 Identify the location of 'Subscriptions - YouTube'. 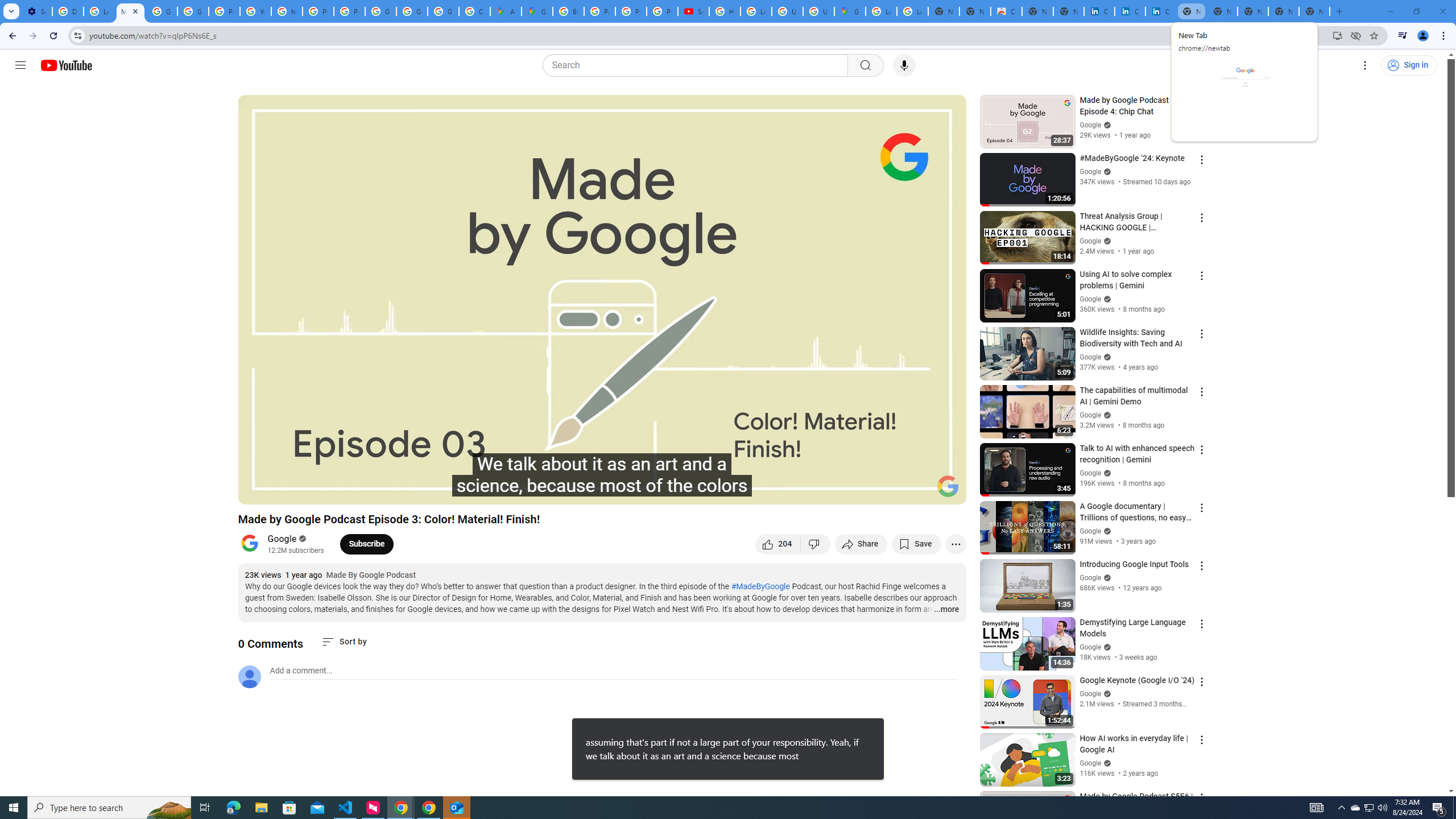
(693, 11).